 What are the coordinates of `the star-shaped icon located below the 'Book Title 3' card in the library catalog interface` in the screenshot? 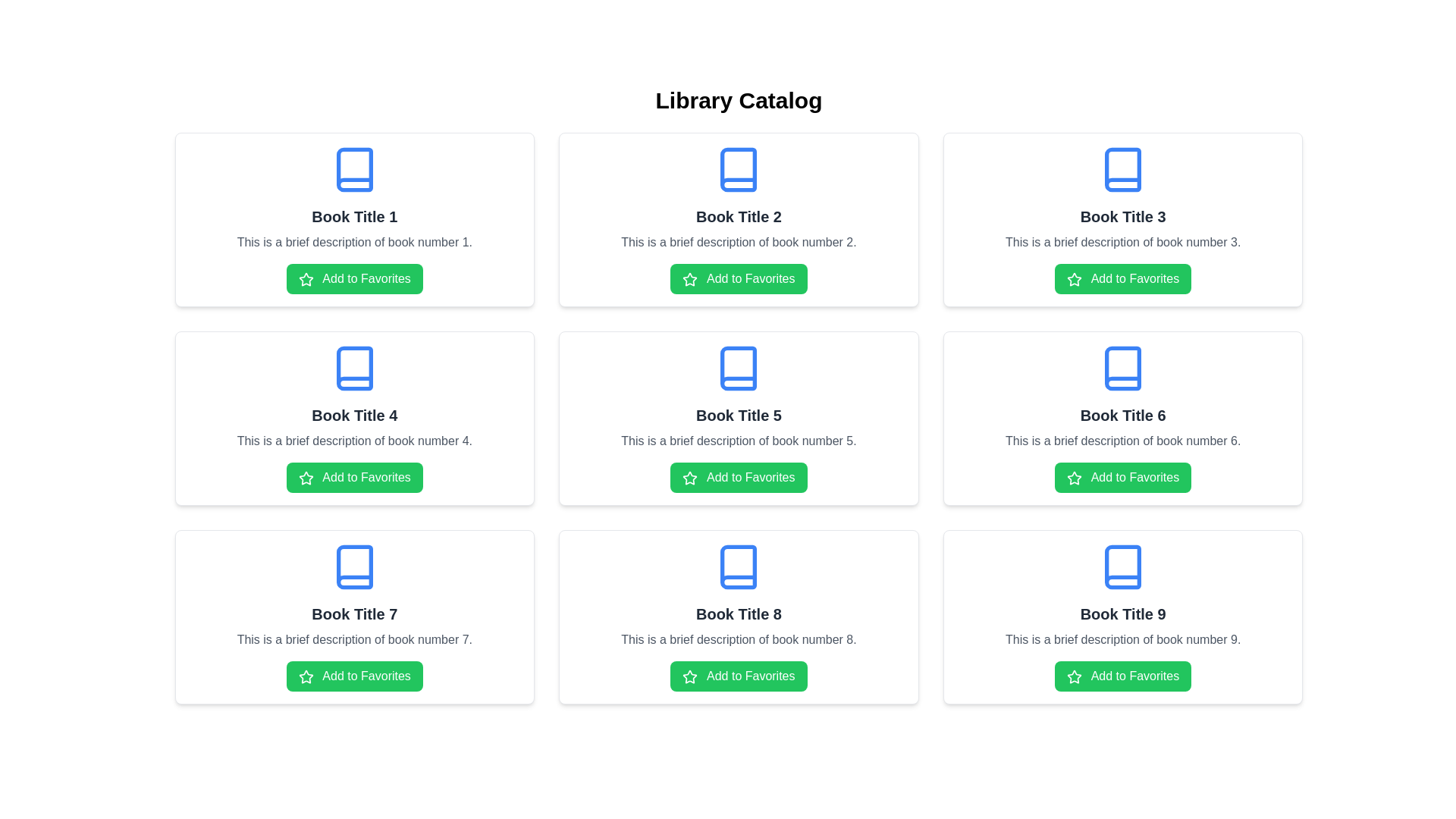 It's located at (1074, 279).